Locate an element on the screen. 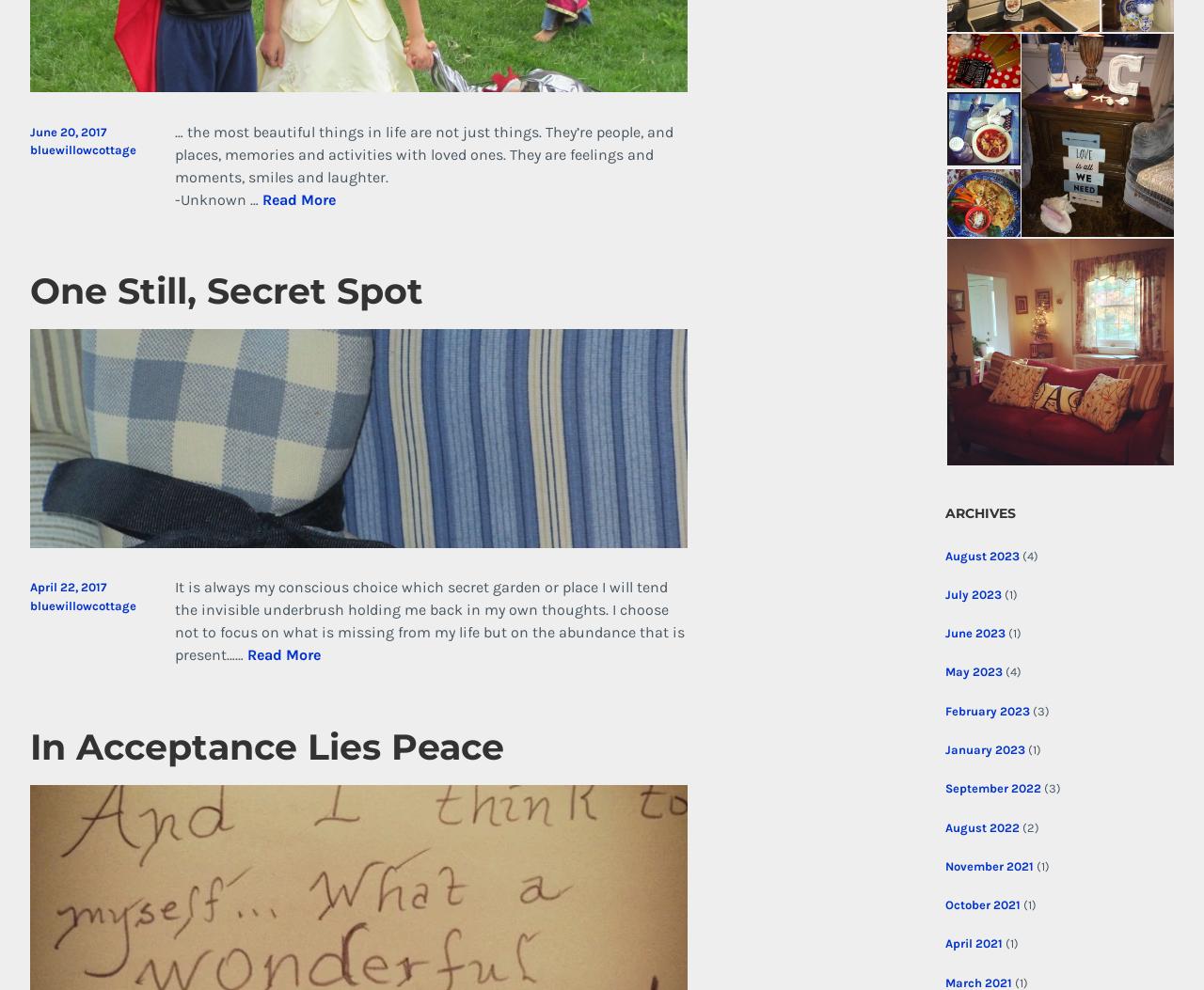 The width and height of the screenshot is (1204, 990). 'January 2023' is located at coordinates (983, 748).